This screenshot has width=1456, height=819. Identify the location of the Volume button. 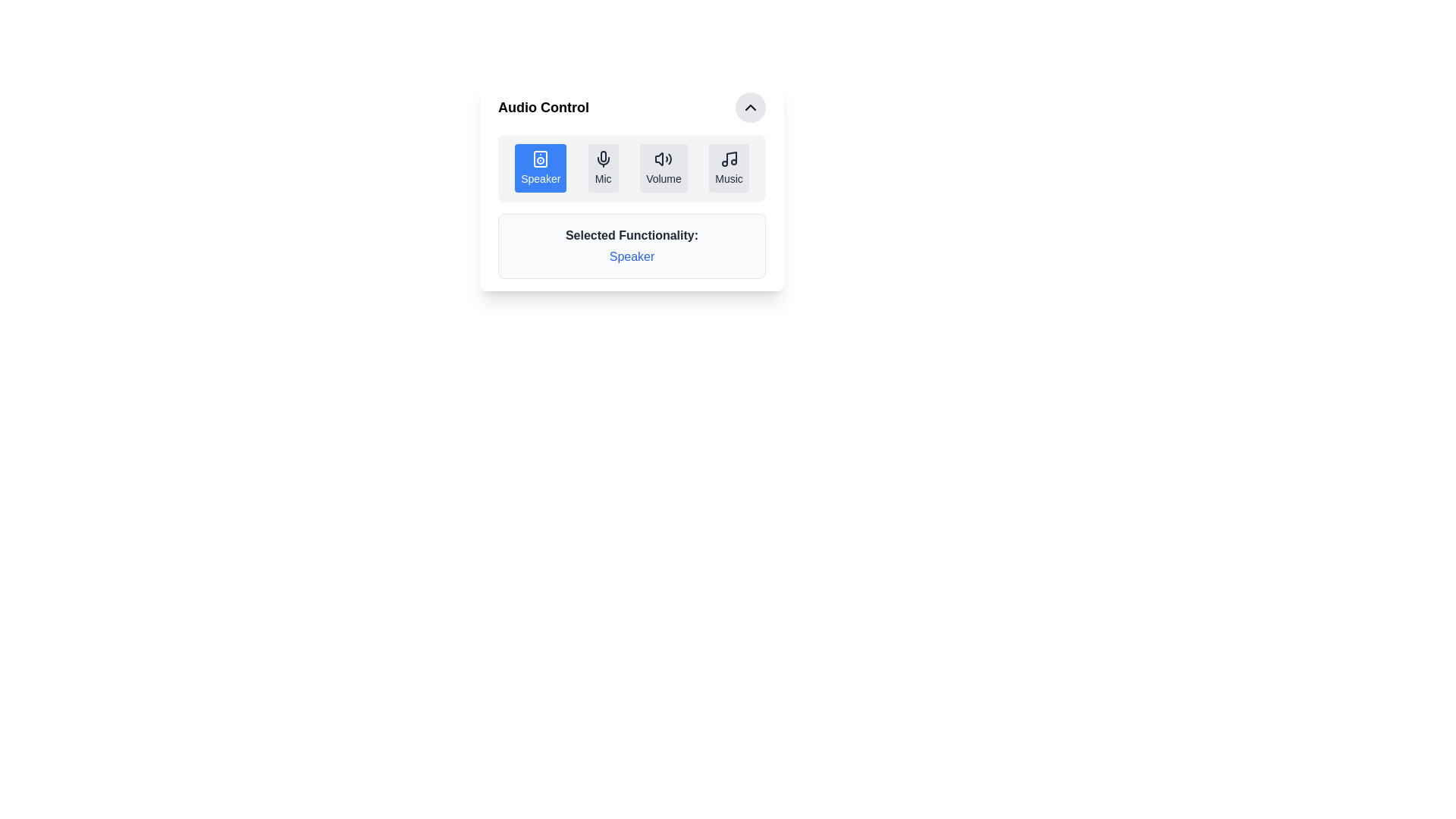
(664, 168).